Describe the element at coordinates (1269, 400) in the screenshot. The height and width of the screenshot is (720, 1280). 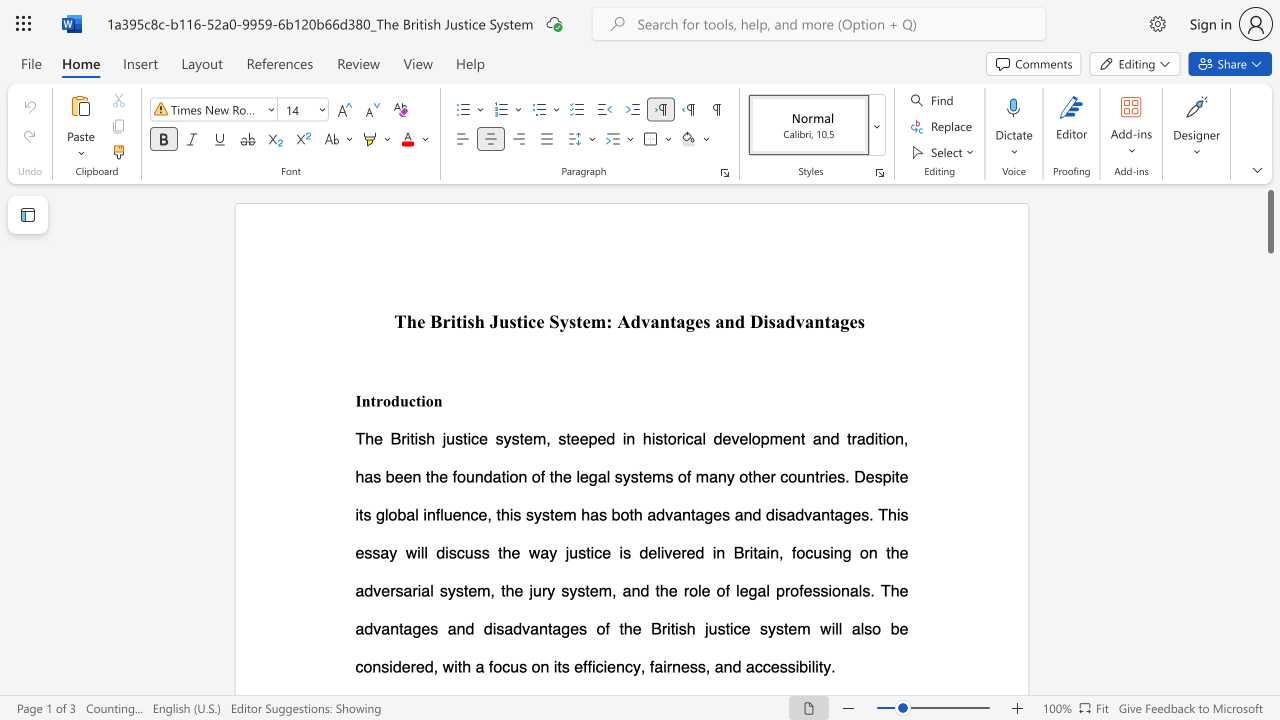
I see `the scrollbar on the side` at that location.